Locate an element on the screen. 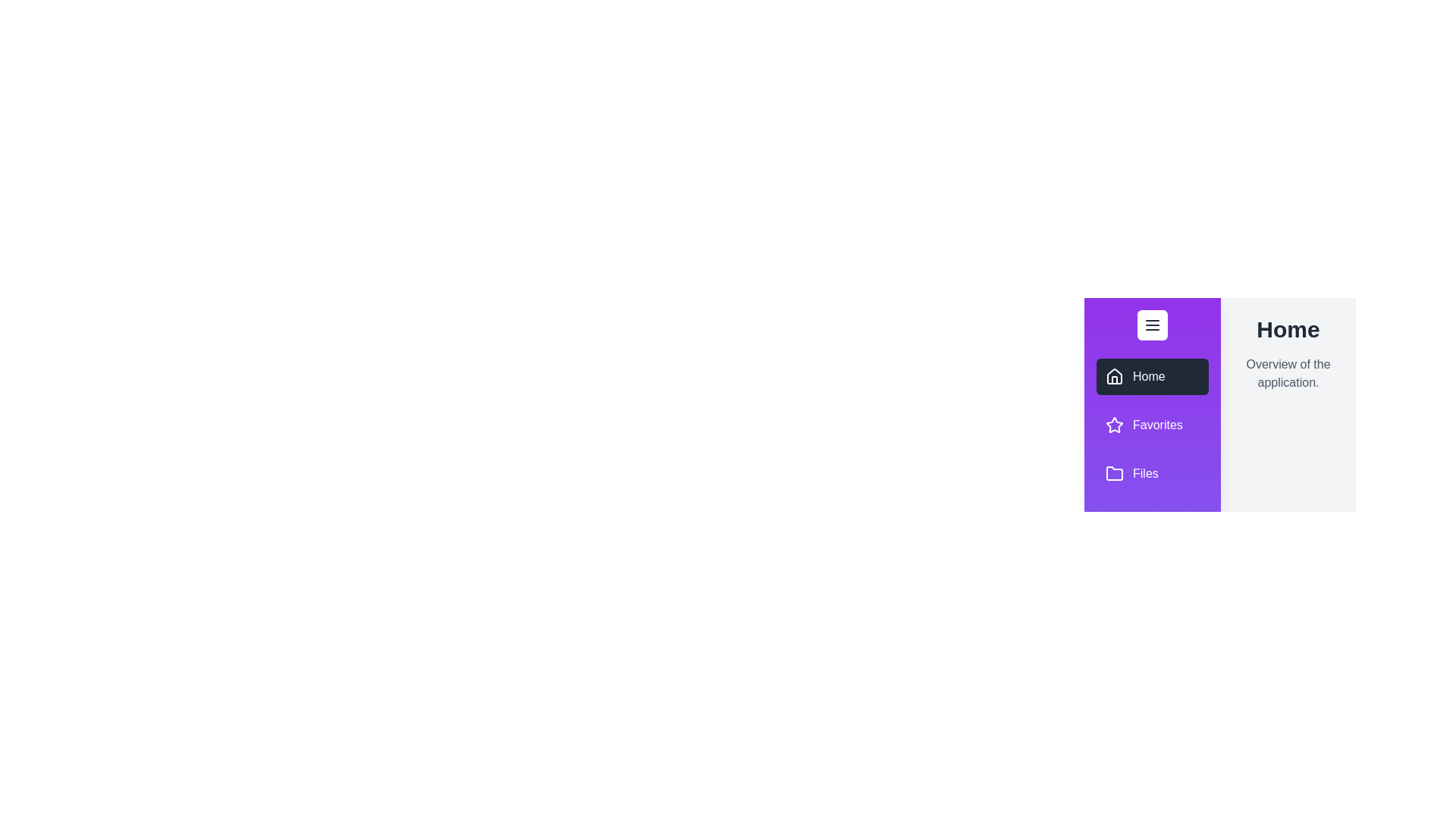  the tab Favorites in the drawer is located at coordinates (1153, 425).